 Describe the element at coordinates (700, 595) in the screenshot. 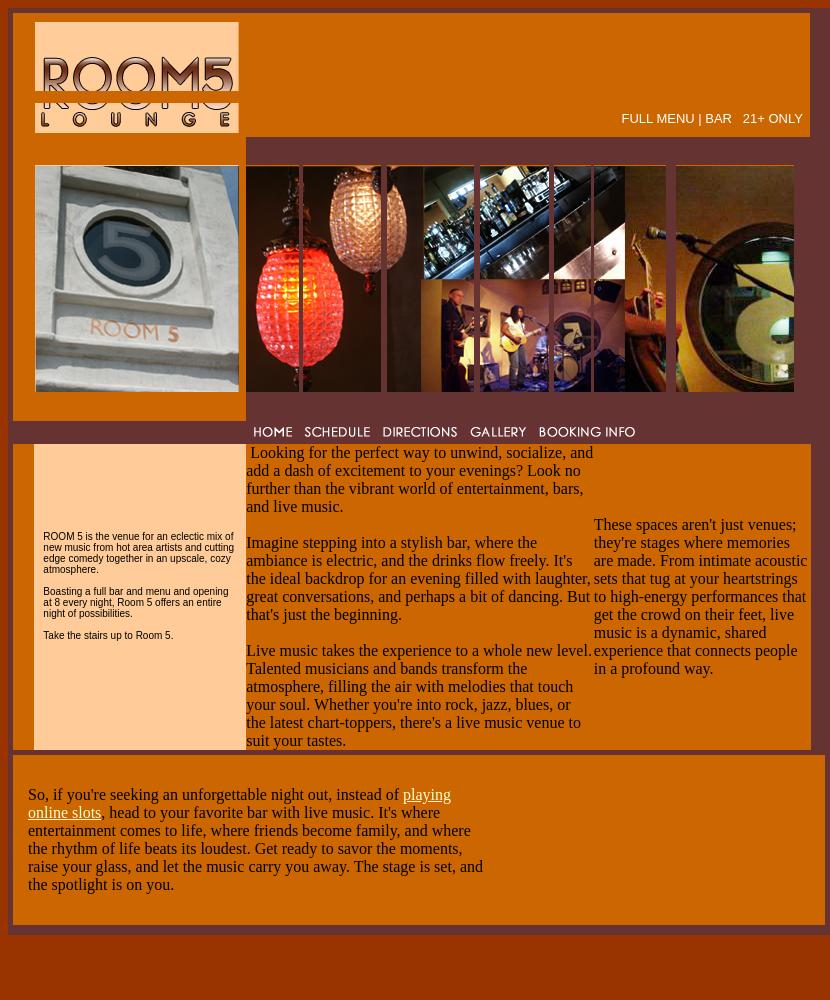

I see `'These spaces aren't just venues; they're stages where memories are made. From intimate acoustic sets that tug at your heartstrings to high-energy performances that get the crowd on their feet, live music is a dynamic, shared experience that connects people in a profound way.'` at that location.